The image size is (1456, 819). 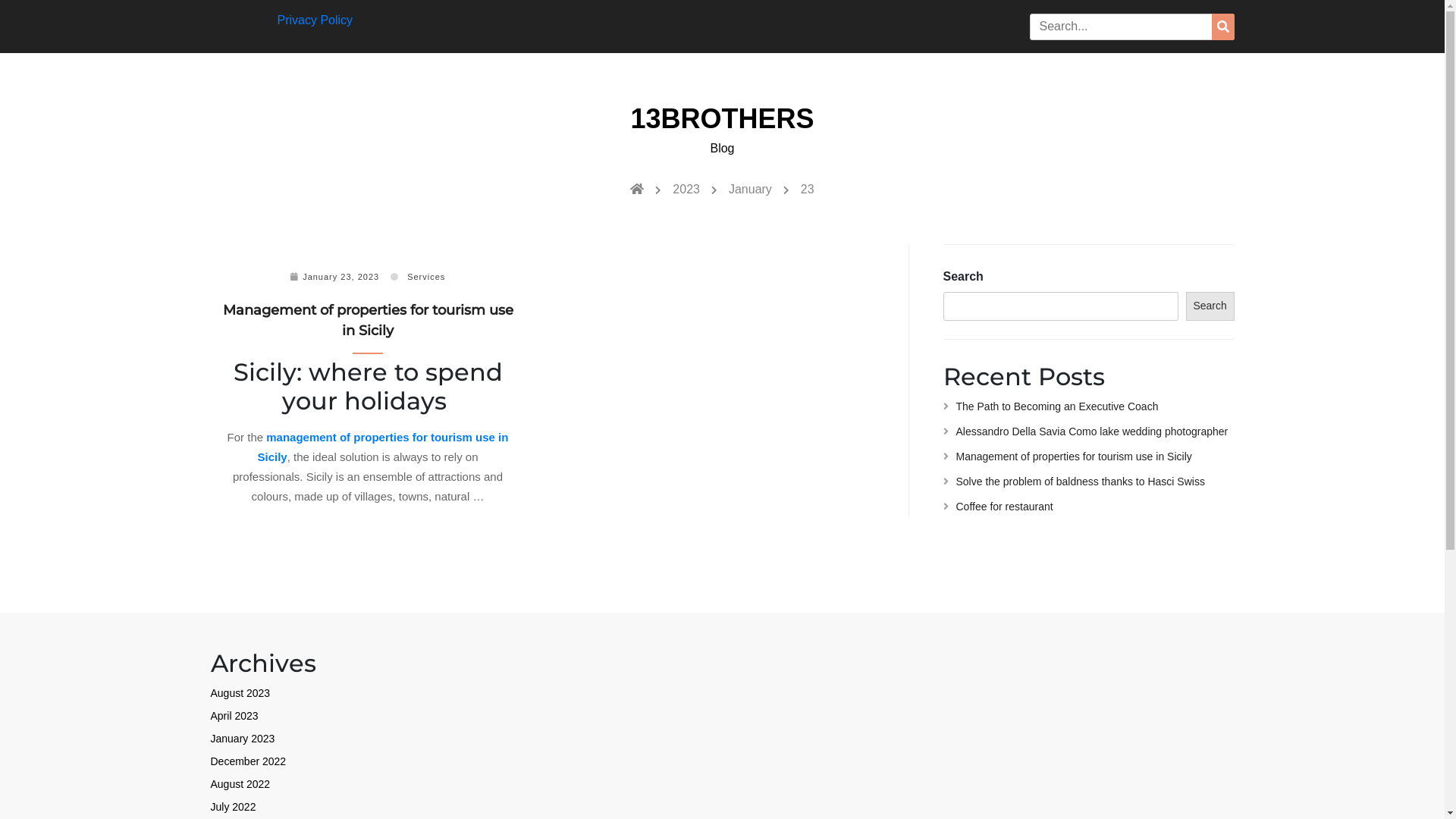 What do you see at coordinates (942, 482) in the screenshot?
I see `'Solve the problem of baldness thanks to Hasci Swiss'` at bounding box center [942, 482].